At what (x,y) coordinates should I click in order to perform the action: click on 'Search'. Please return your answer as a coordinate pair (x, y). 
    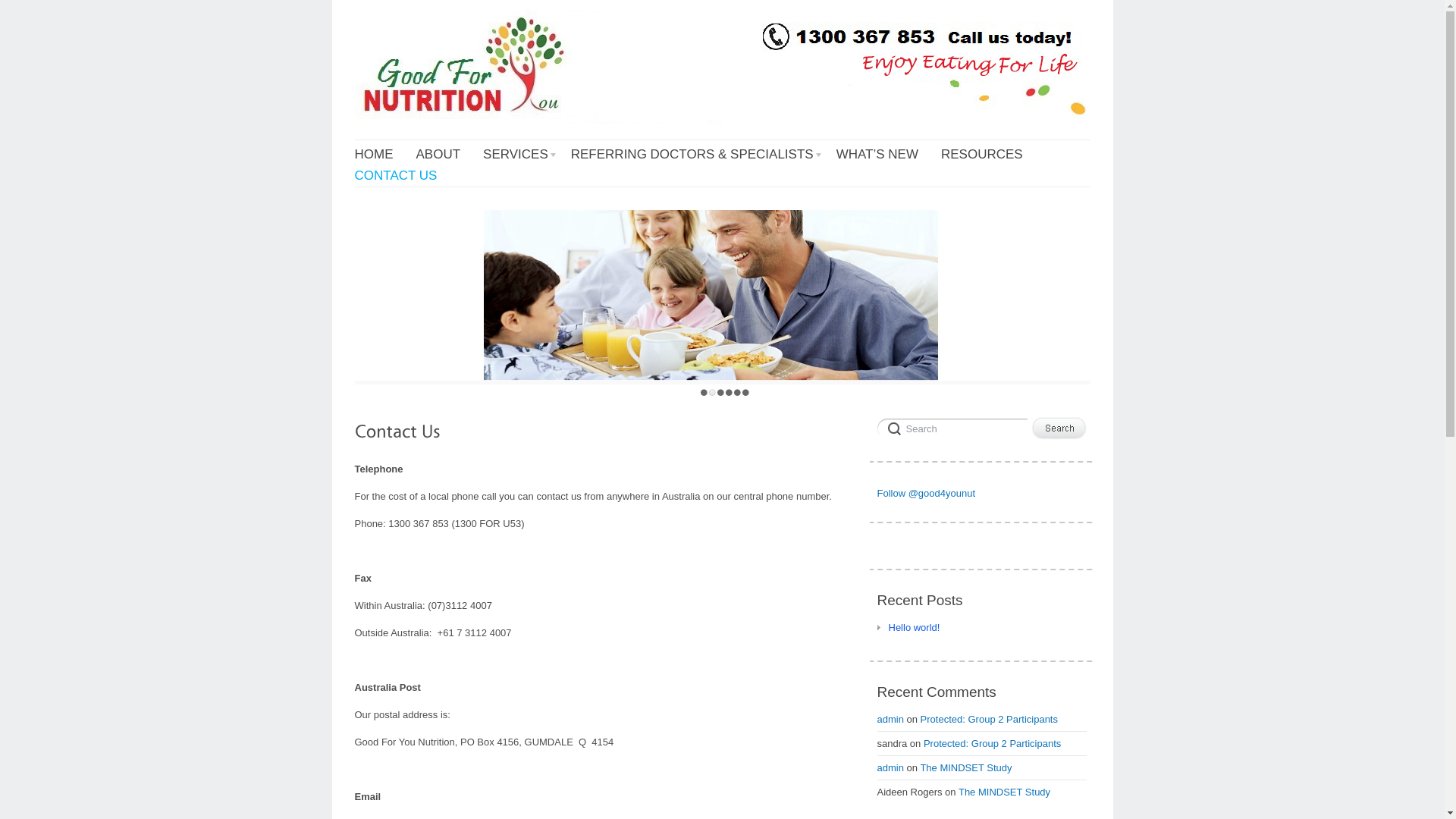
    Looking at the image, I should click on (950, 427).